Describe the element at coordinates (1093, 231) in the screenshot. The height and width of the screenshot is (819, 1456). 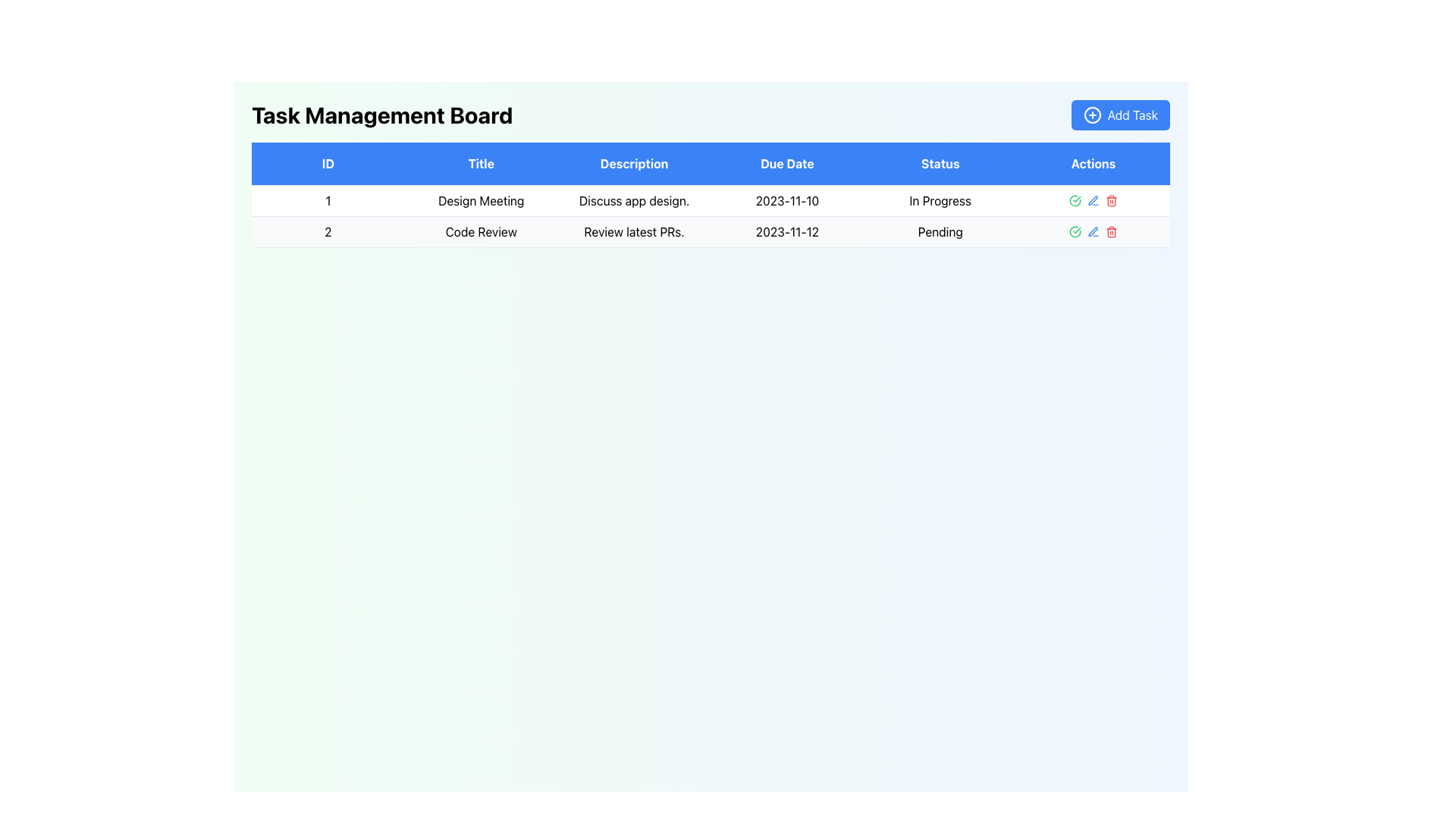
I see `the edit icon located in the 'Actions' column for the second row of the table` at that location.